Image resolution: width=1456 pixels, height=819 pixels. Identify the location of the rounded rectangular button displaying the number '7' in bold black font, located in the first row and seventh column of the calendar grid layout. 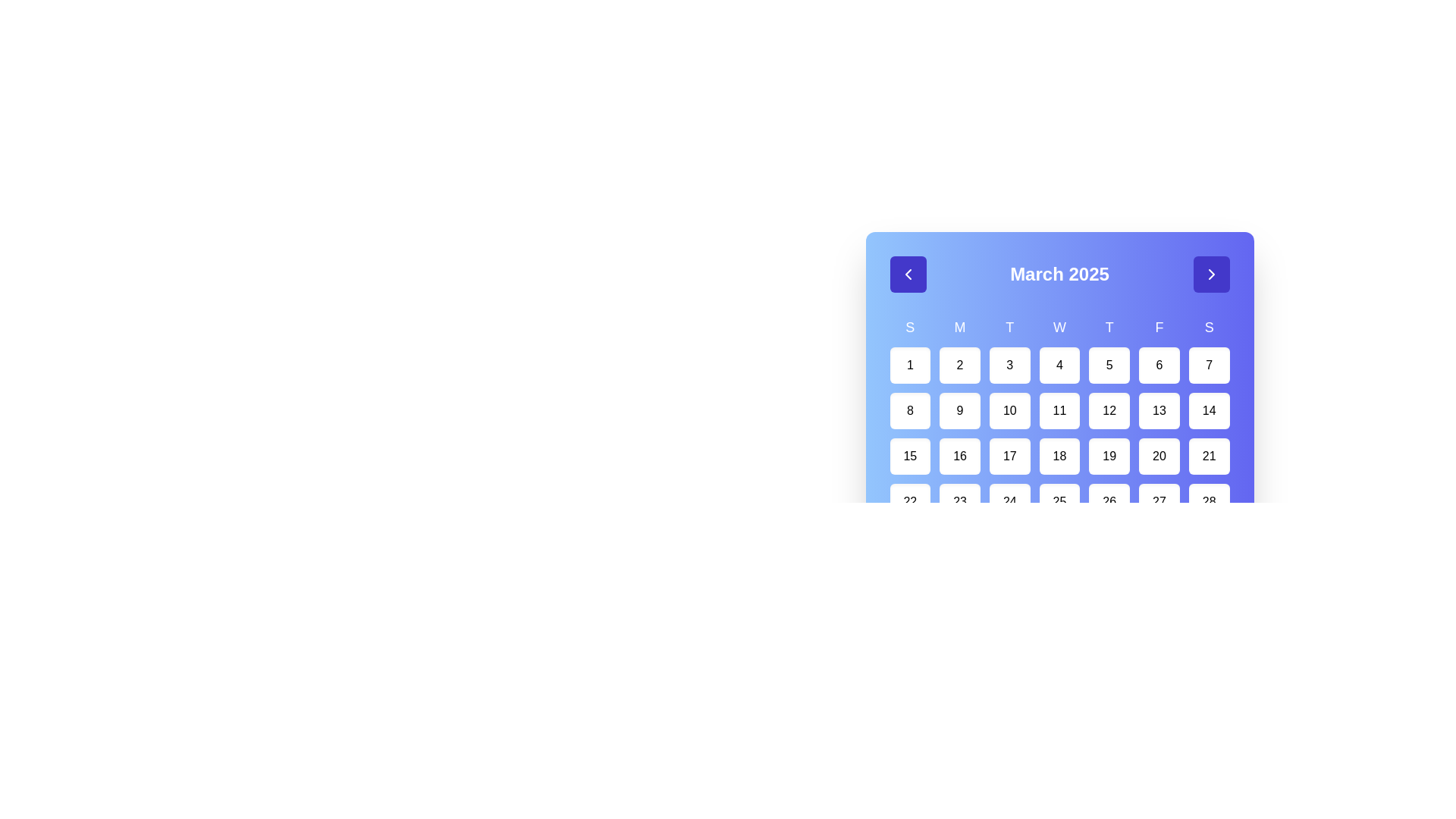
(1208, 366).